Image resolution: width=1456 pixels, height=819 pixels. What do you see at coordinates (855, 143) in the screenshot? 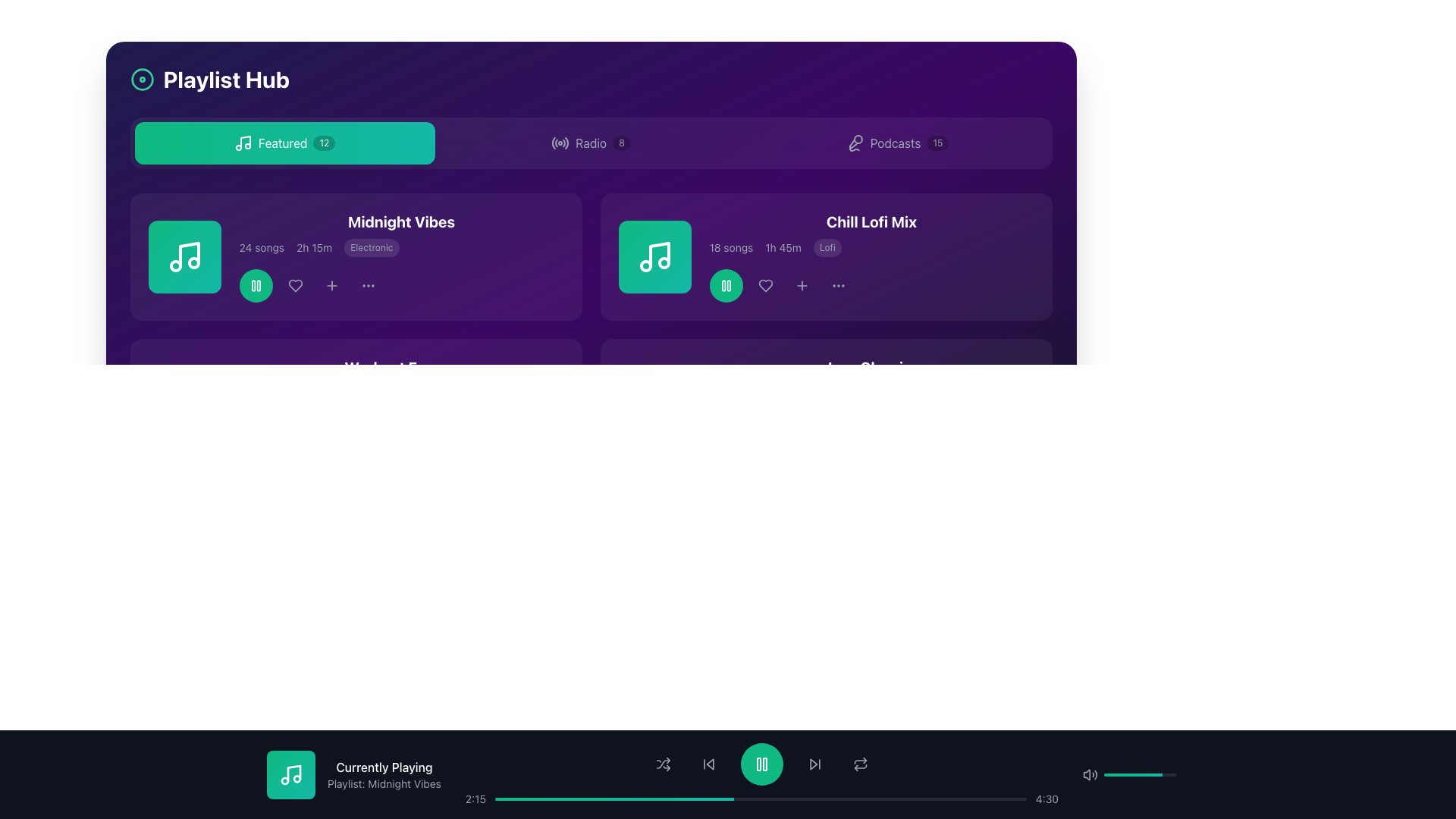
I see `the microphone icon in the top right section of the interface, which is styled as an outline graphic and is located next to the 'Podcasts' label and a badge indicating '15'` at bounding box center [855, 143].